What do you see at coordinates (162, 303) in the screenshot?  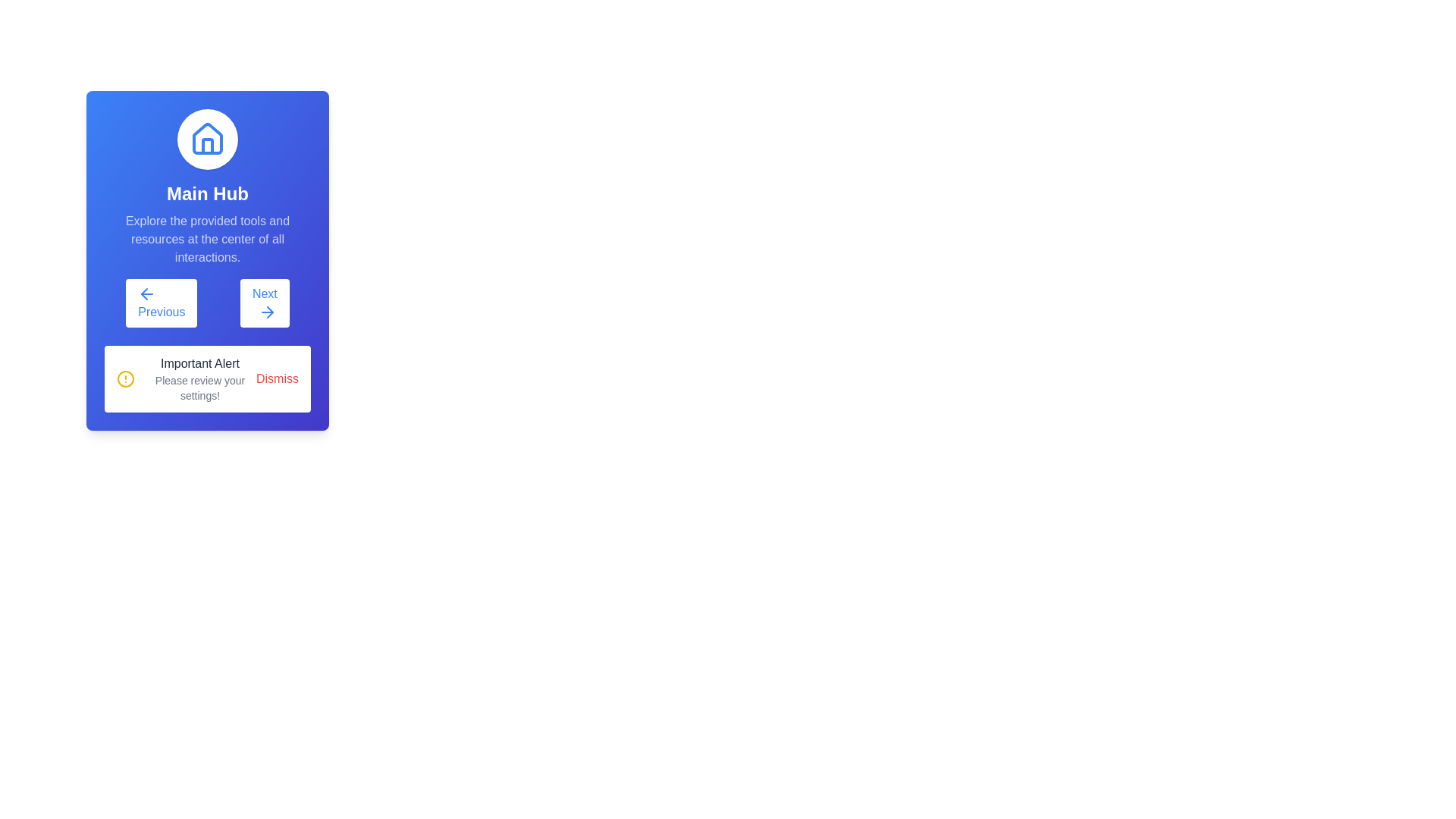 I see `the navigation button that is positioned to the left of the 'Next' button in the vertically oriented card layout` at bounding box center [162, 303].